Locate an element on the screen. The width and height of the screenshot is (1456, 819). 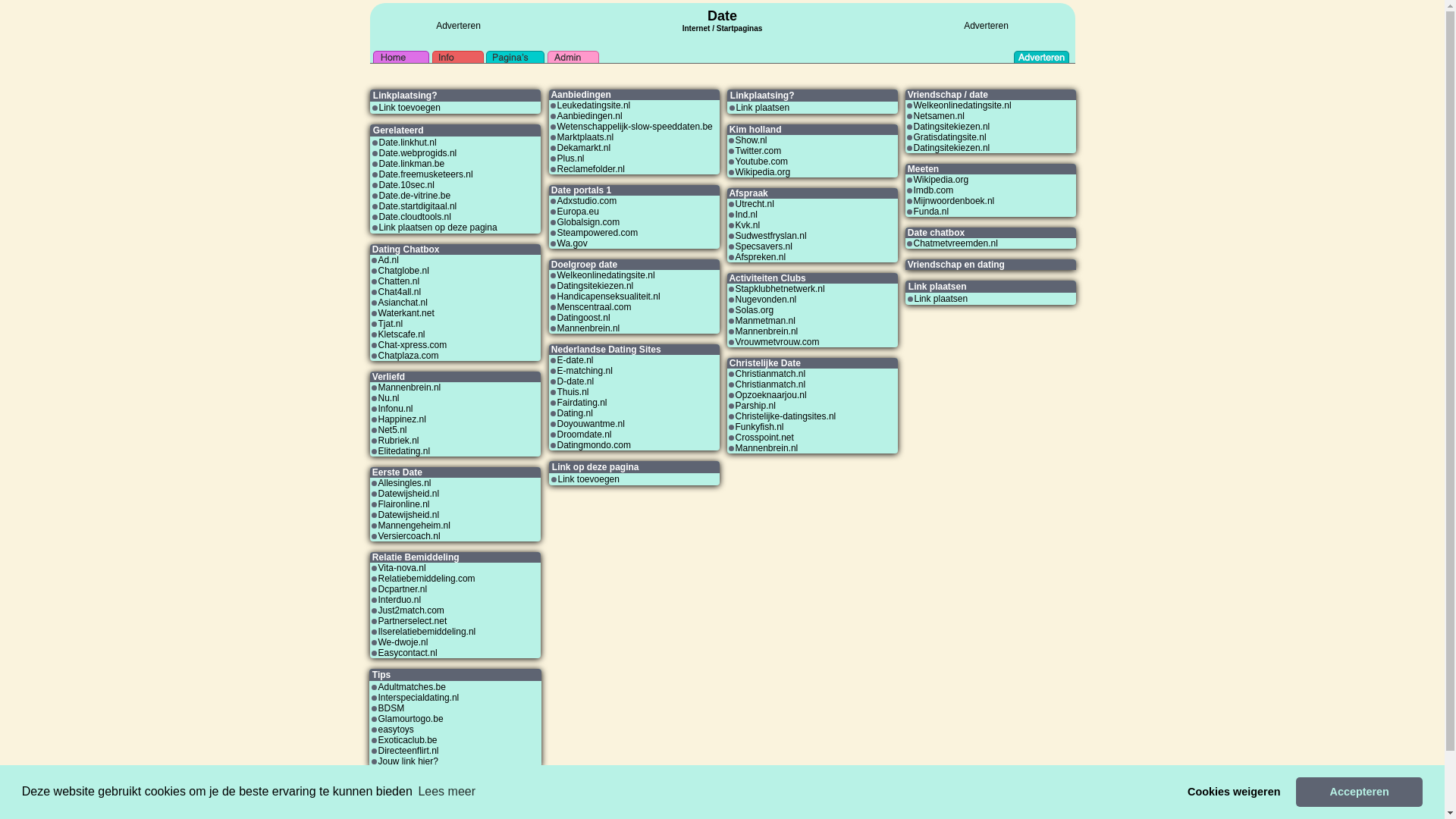
'Link ruilen' is located at coordinates (390, 809).